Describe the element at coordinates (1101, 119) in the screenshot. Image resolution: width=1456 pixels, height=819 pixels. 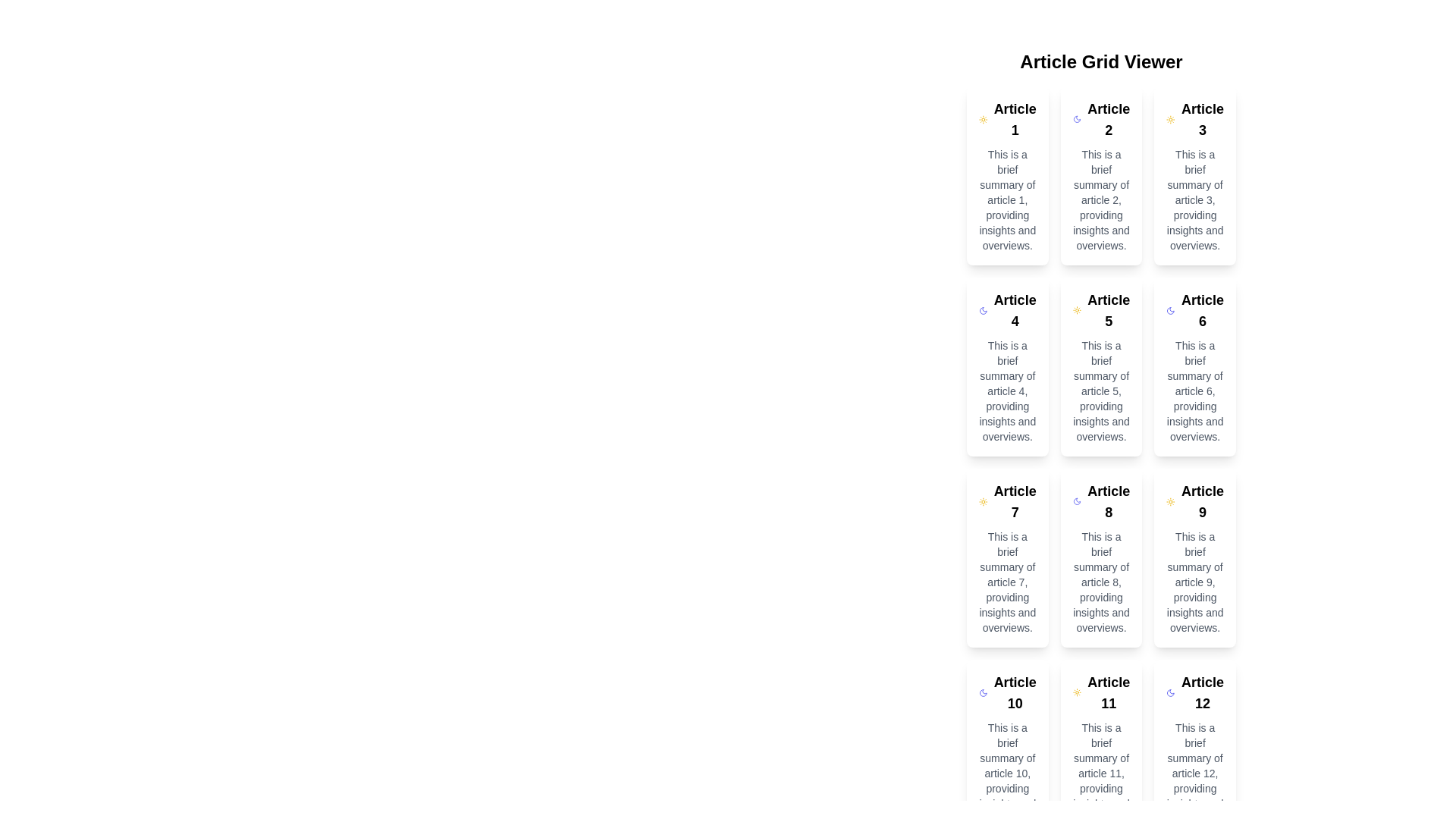
I see `the text element displaying 'Article 2', which is styled in bold and positioned in the second slot of the first row within the grid layout` at that location.